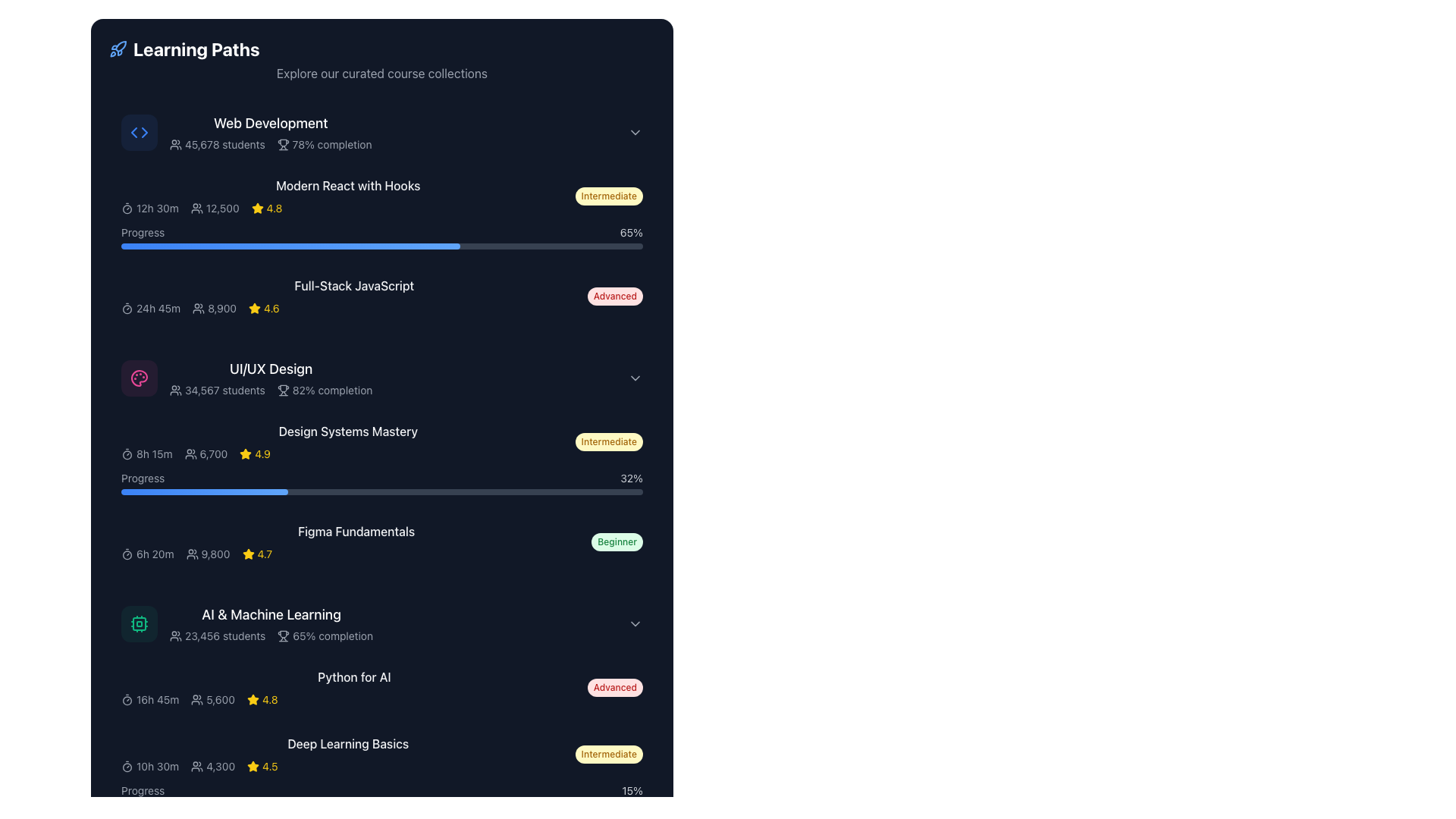  Describe the element at coordinates (198, 308) in the screenshot. I see `the user-related icon located immediately to the left of the numeric value '8,900' in the second item of the 'Learning Paths' list under the 'Full-Stack JavaScript' course entry` at that location.